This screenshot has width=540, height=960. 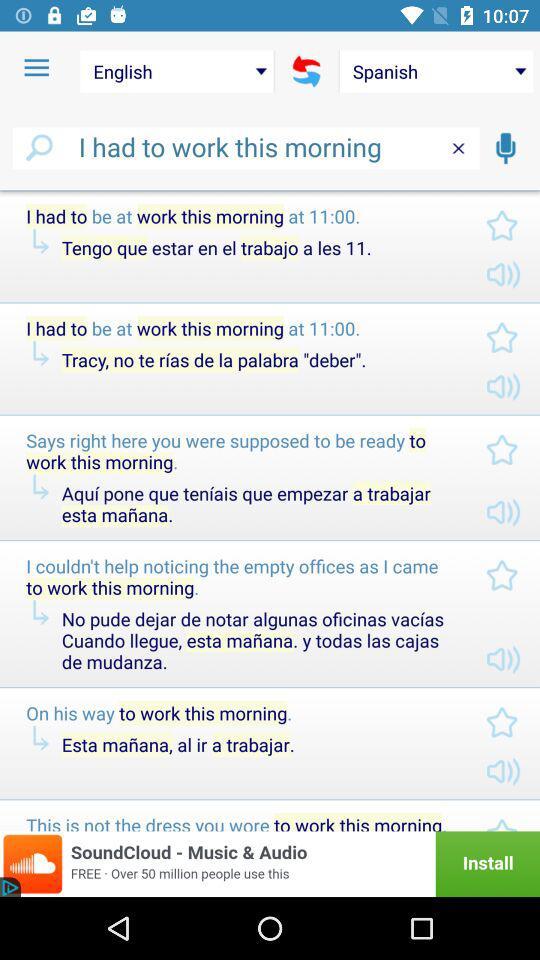 What do you see at coordinates (270, 863) in the screenshot?
I see `soundcloud add install` at bounding box center [270, 863].